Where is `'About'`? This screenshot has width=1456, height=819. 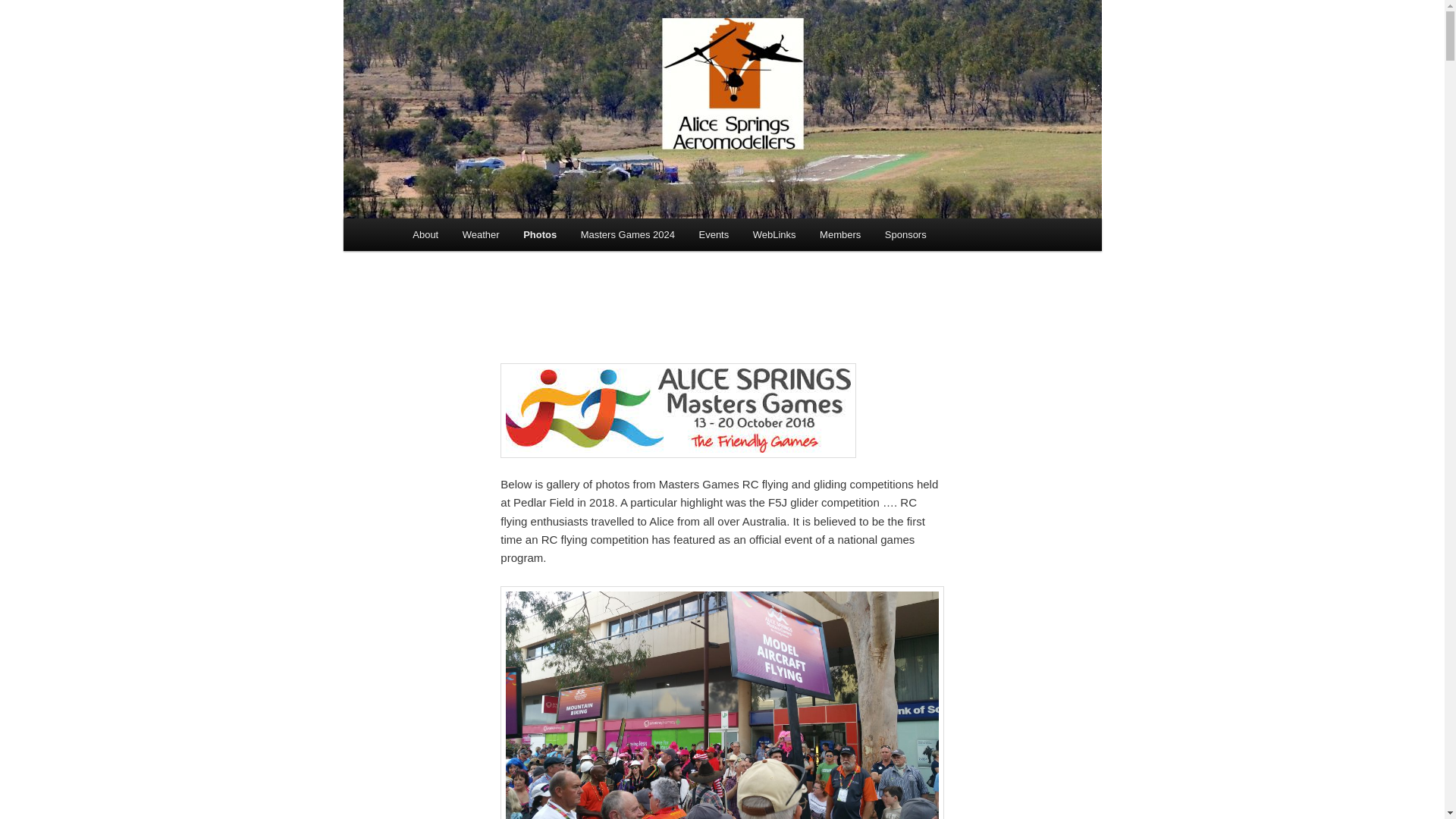
'About' is located at coordinates (400, 234).